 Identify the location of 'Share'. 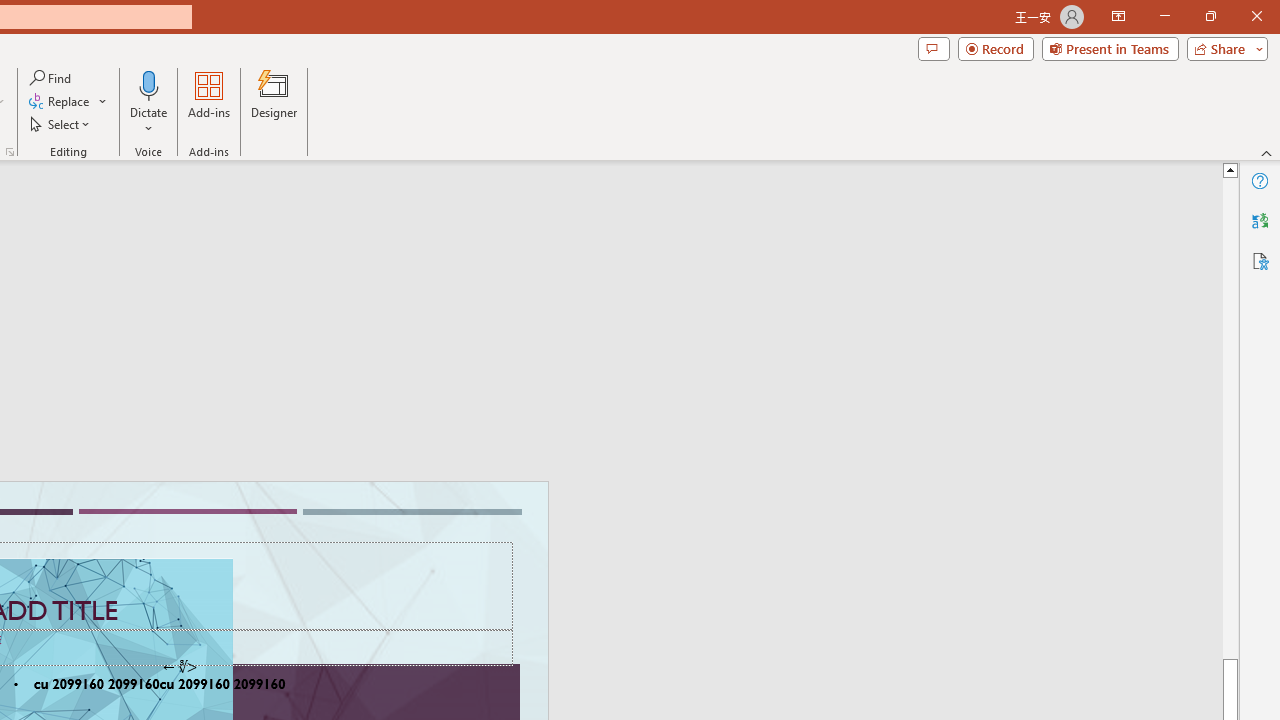
(1222, 47).